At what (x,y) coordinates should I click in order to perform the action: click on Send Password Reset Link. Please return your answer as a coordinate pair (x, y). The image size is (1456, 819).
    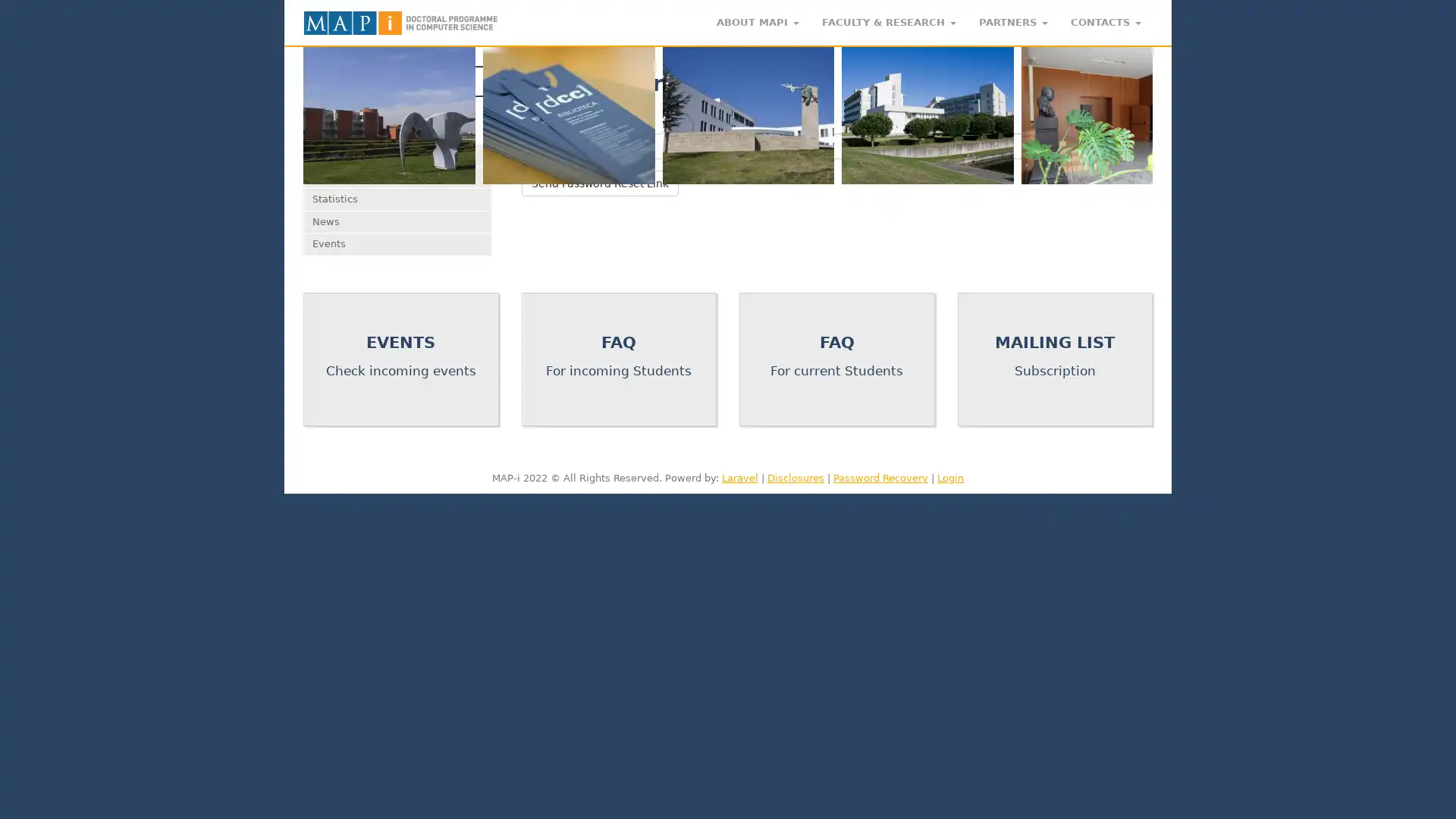
    Looking at the image, I should click on (598, 181).